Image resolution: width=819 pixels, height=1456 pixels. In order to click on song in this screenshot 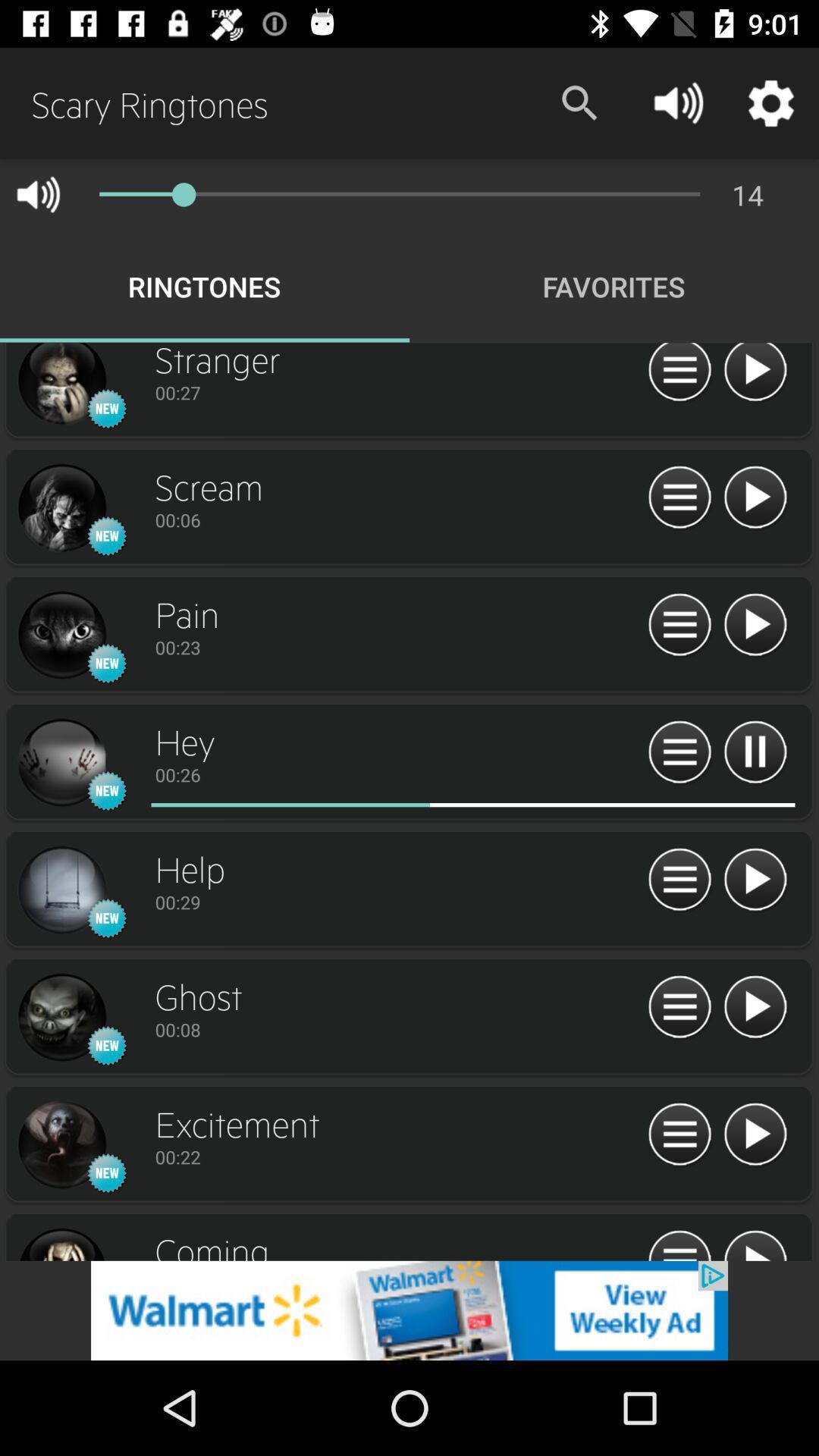, I will do `click(755, 498)`.